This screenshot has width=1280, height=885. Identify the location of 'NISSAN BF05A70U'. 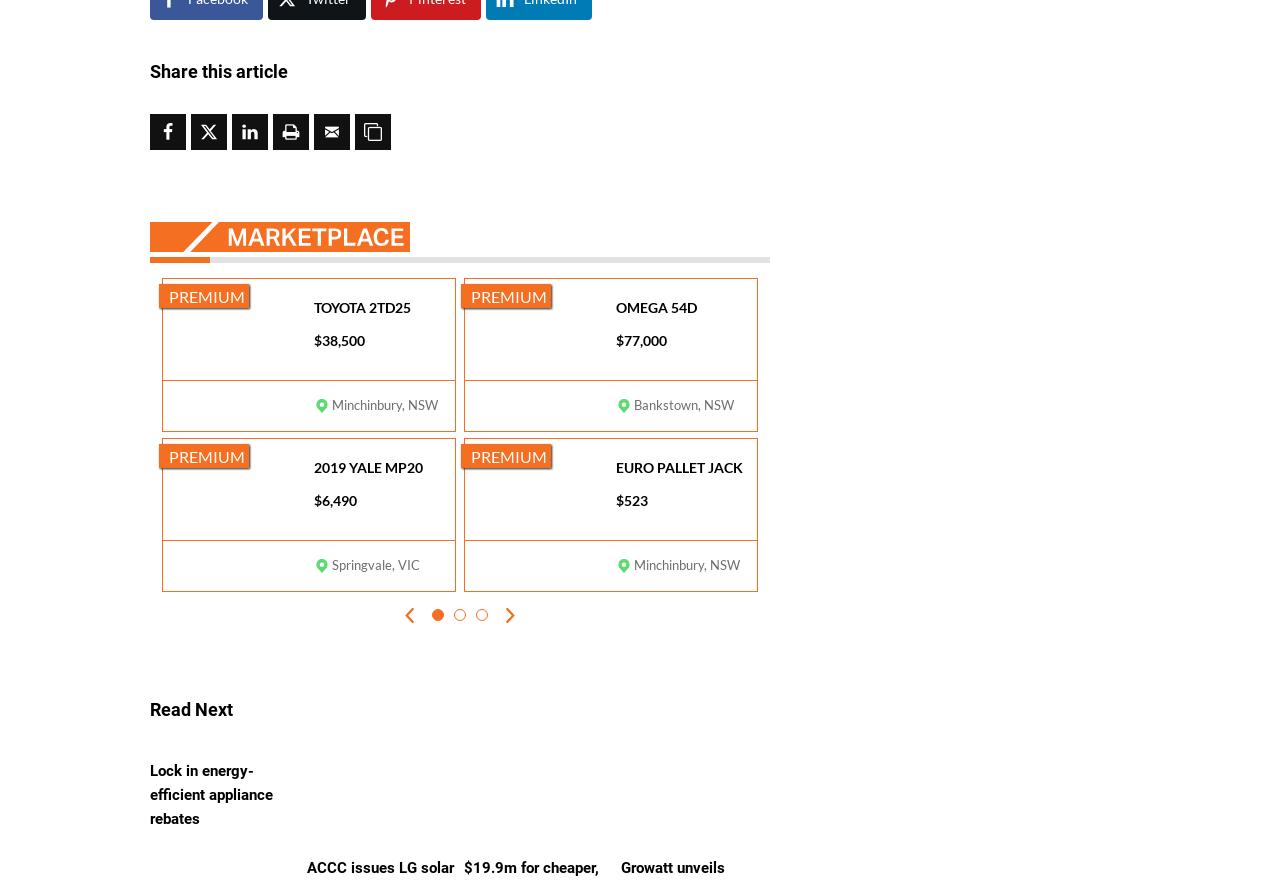
(375, 786).